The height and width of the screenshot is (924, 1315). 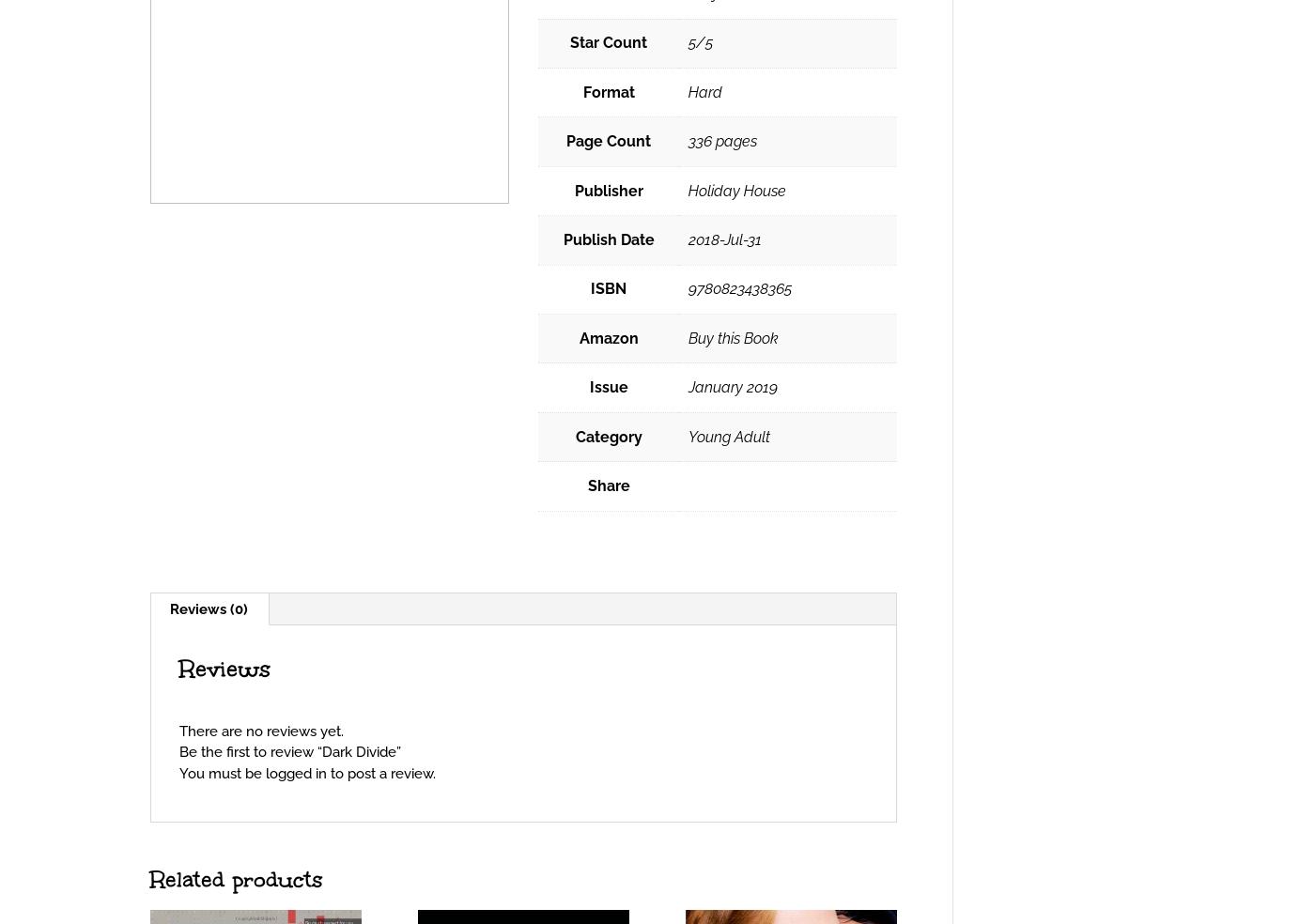 I want to click on 'Publish Date', so click(x=608, y=238).